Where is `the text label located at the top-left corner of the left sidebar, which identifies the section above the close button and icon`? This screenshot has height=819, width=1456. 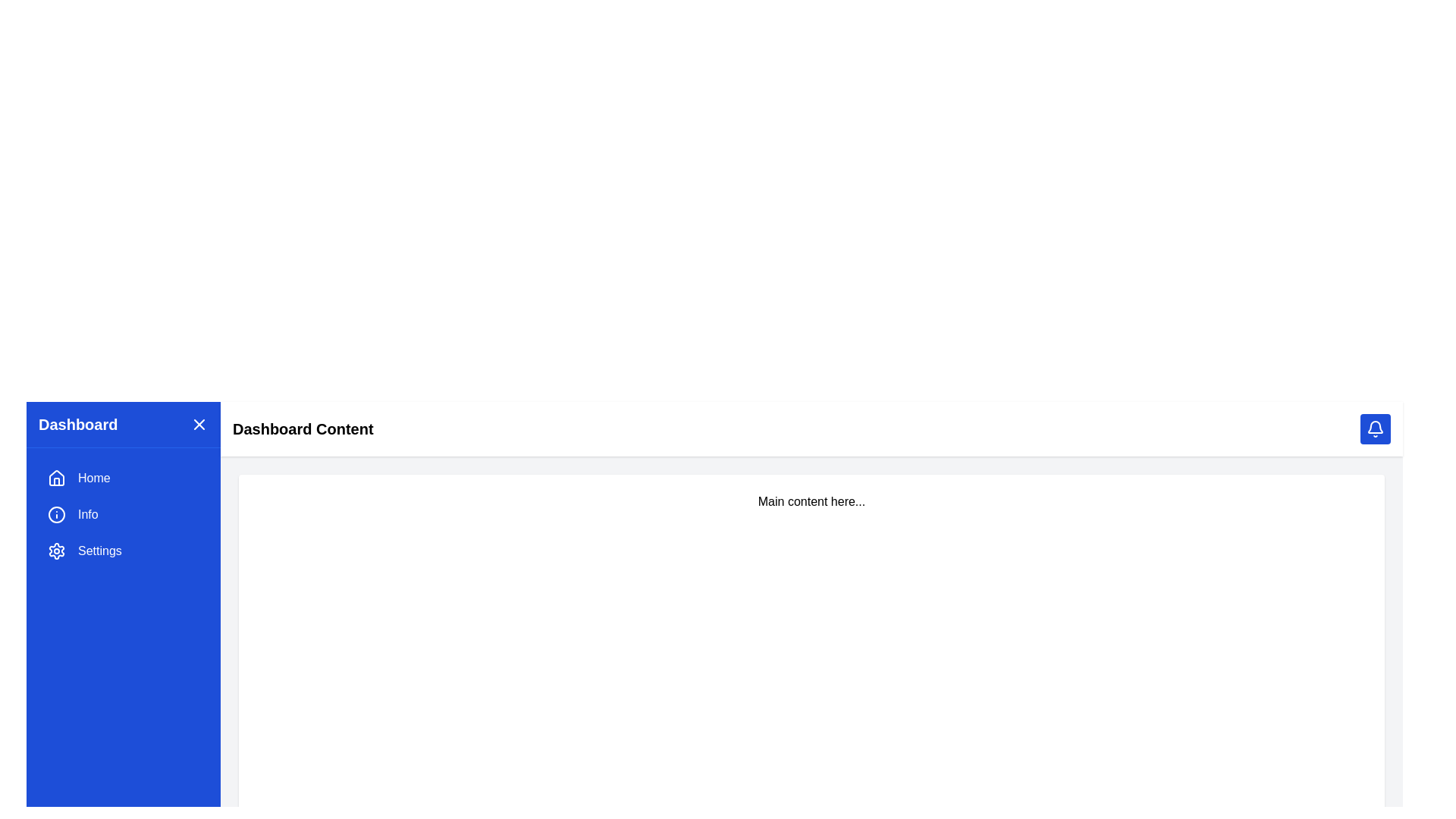 the text label located at the top-left corner of the left sidebar, which identifies the section above the close button and icon is located at coordinates (77, 424).